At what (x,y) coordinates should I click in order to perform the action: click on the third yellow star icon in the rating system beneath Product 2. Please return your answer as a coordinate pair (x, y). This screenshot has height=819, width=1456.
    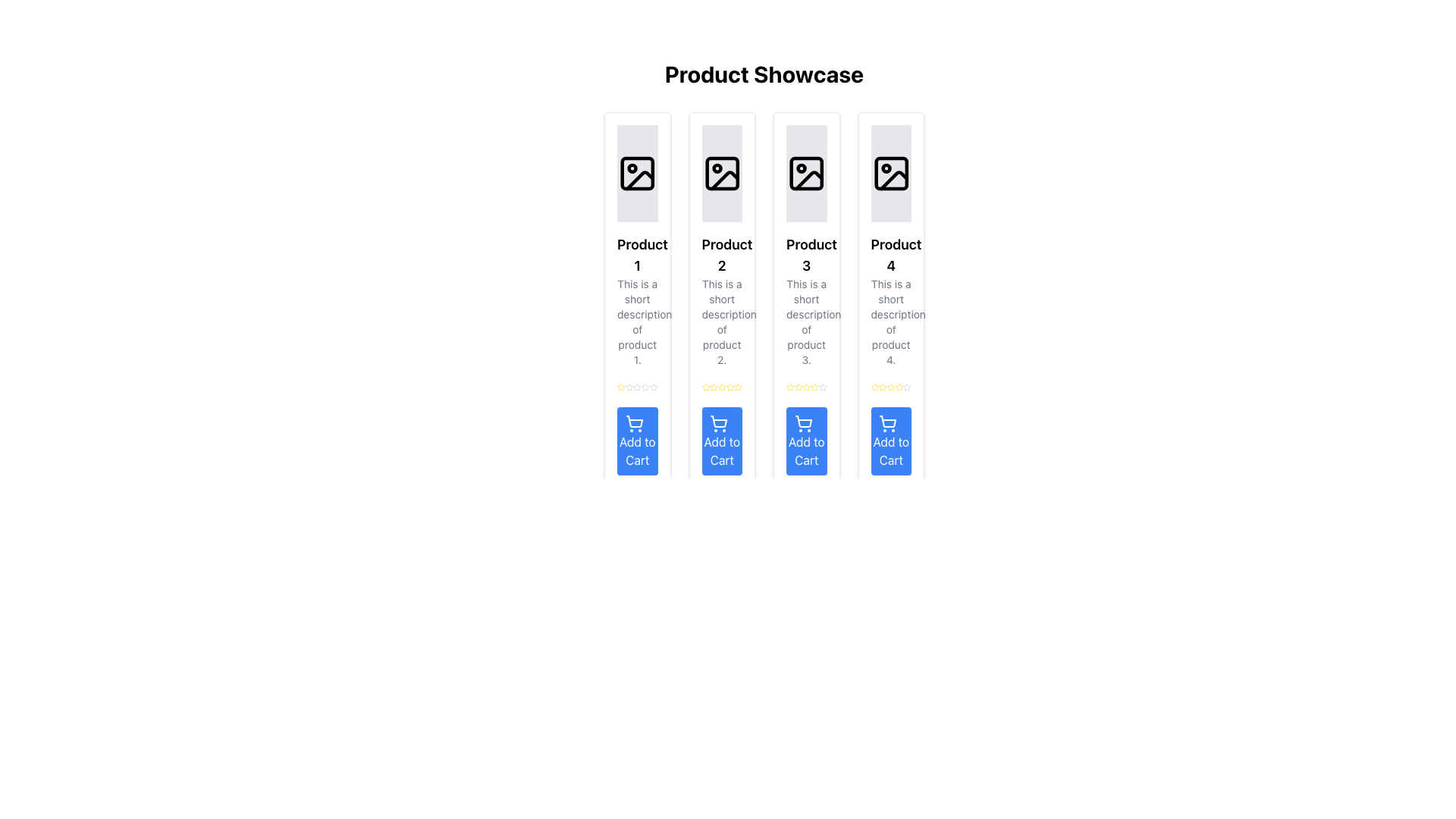
    Looking at the image, I should click on (721, 386).